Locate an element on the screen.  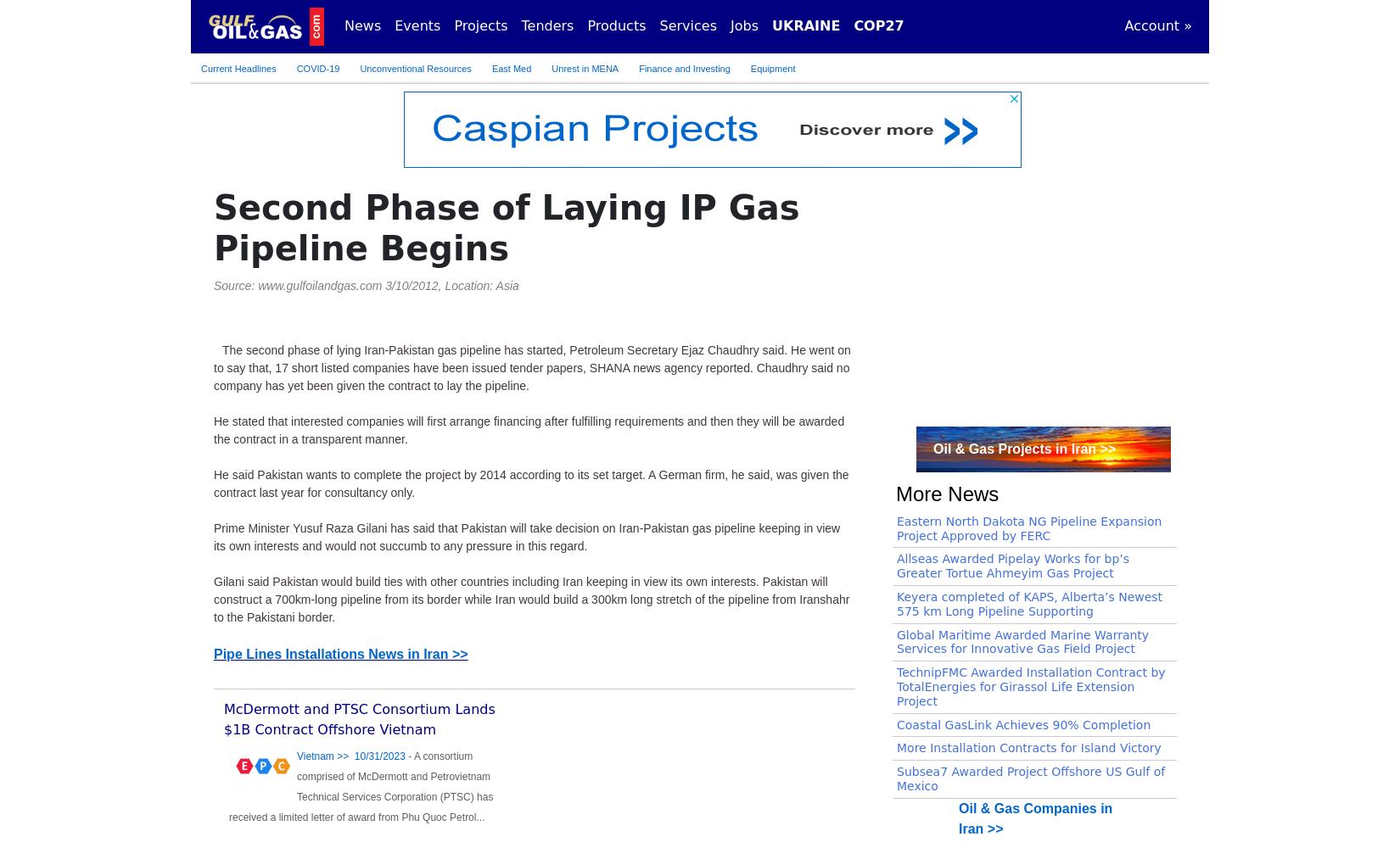
'UKRAINE' is located at coordinates (806, 25).